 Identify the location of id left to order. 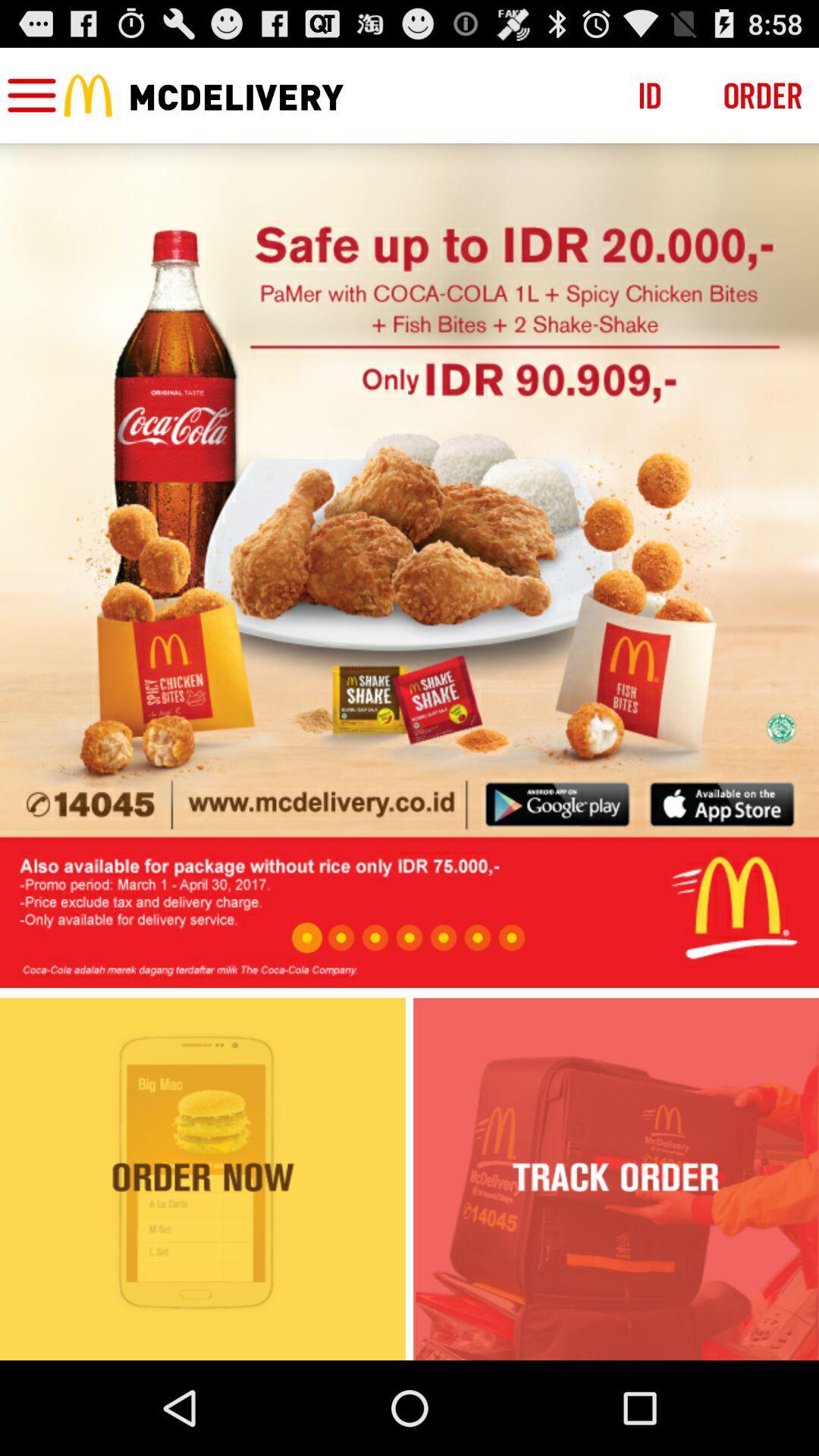
(649, 94).